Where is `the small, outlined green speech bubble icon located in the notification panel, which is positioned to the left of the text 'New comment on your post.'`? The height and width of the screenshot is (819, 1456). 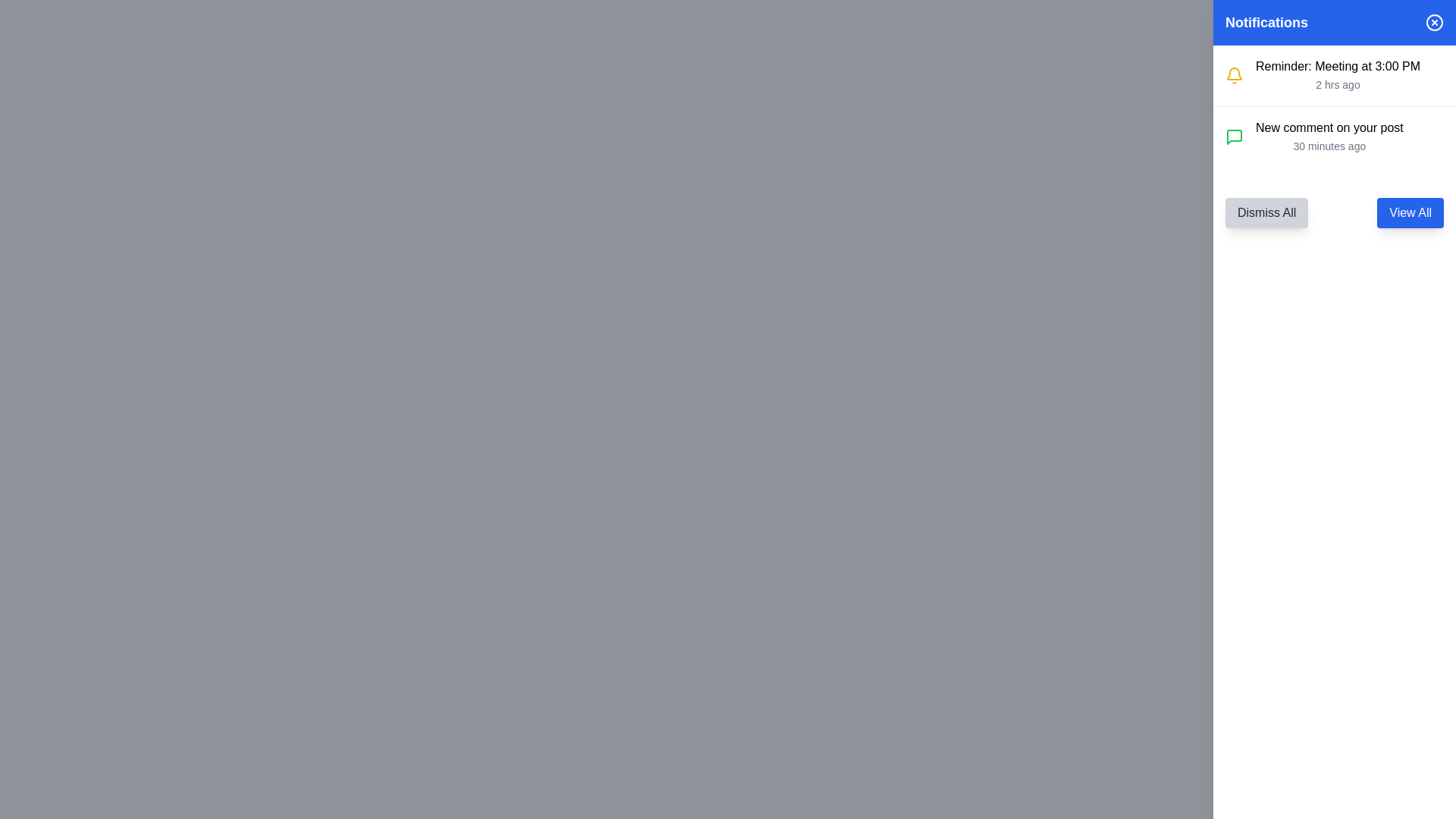
the small, outlined green speech bubble icon located in the notification panel, which is positioned to the left of the text 'New comment on your post.' is located at coordinates (1234, 137).